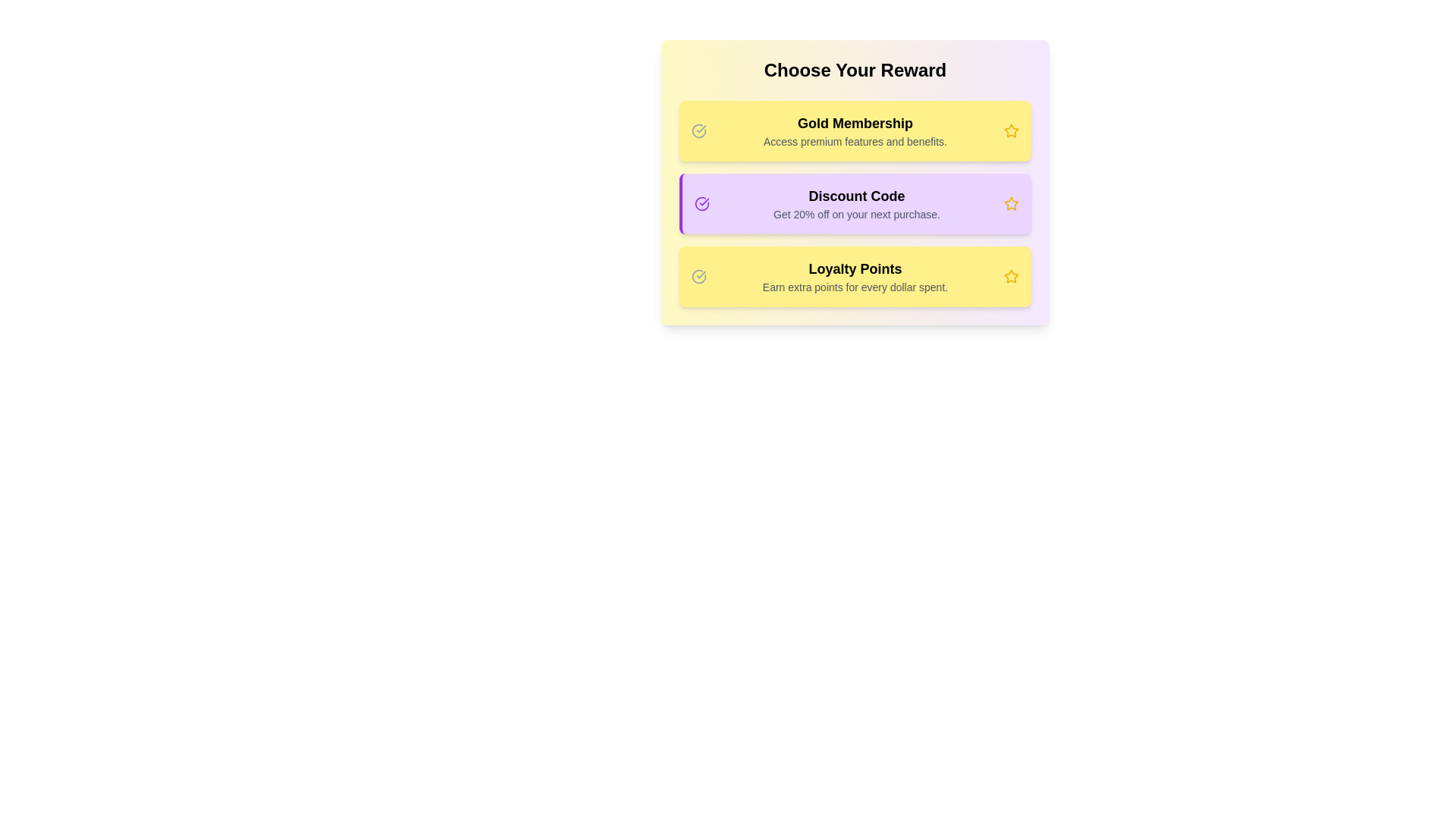  What do you see at coordinates (855, 277) in the screenshot?
I see `the reward description text of Loyalty Points` at bounding box center [855, 277].